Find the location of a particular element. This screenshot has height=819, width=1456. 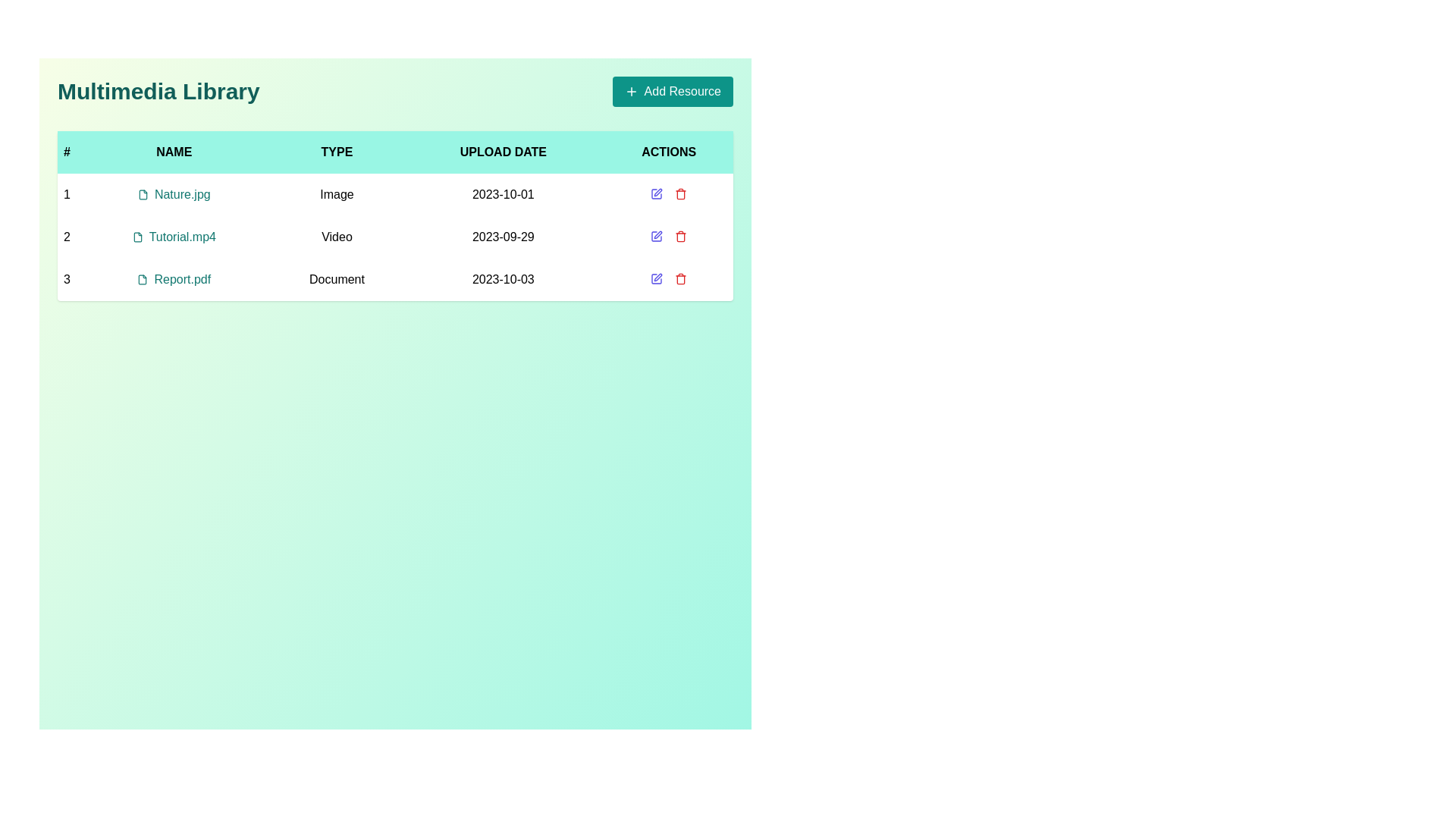

the second row of the multimedia table that contains details for a multimedia entry, positioned between 'Nature.jpg' and 'Report.pdf' is located at coordinates (395, 237).